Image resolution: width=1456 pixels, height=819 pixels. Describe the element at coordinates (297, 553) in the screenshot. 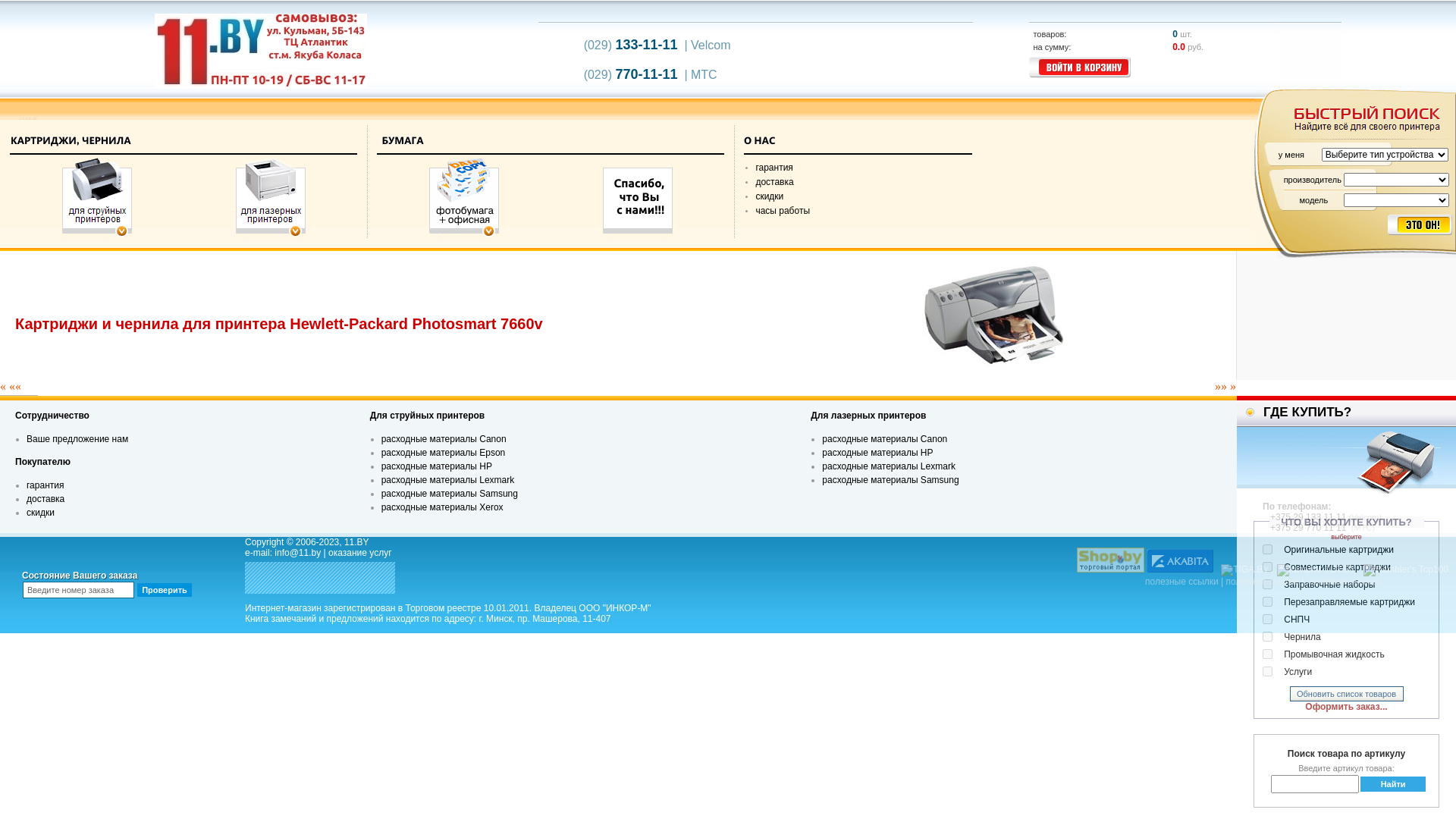

I see `'info@11.by'` at that location.